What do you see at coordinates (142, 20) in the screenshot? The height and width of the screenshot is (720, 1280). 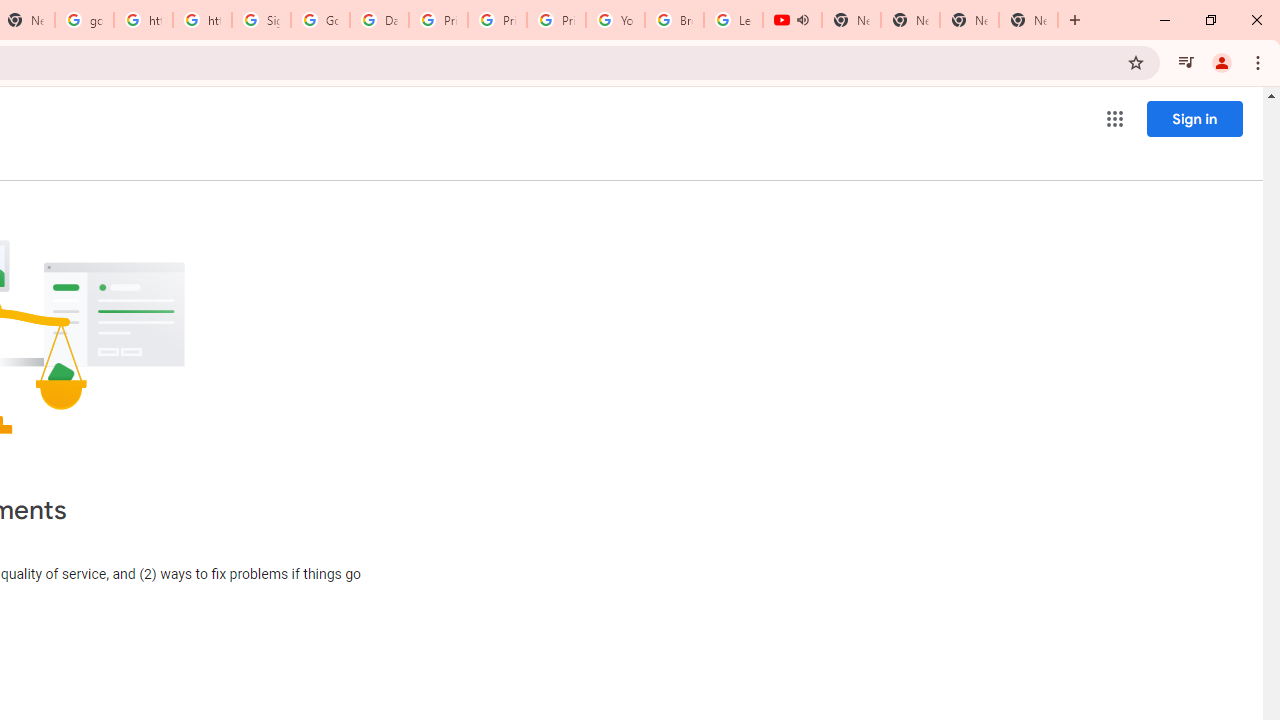 I see `'https://scholar.google.com/'` at bounding box center [142, 20].